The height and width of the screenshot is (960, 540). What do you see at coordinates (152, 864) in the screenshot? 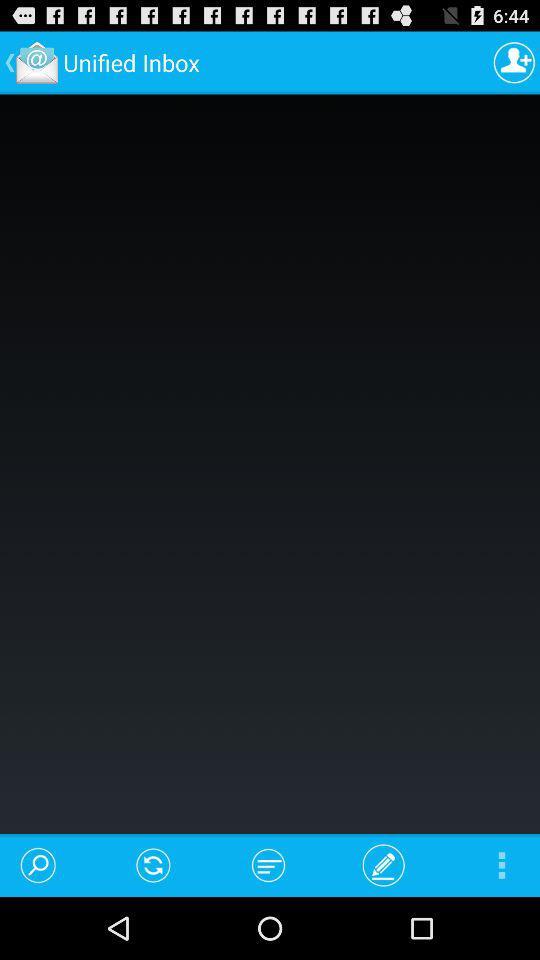
I see `the icon below the unified inbox item` at bounding box center [152, 864].